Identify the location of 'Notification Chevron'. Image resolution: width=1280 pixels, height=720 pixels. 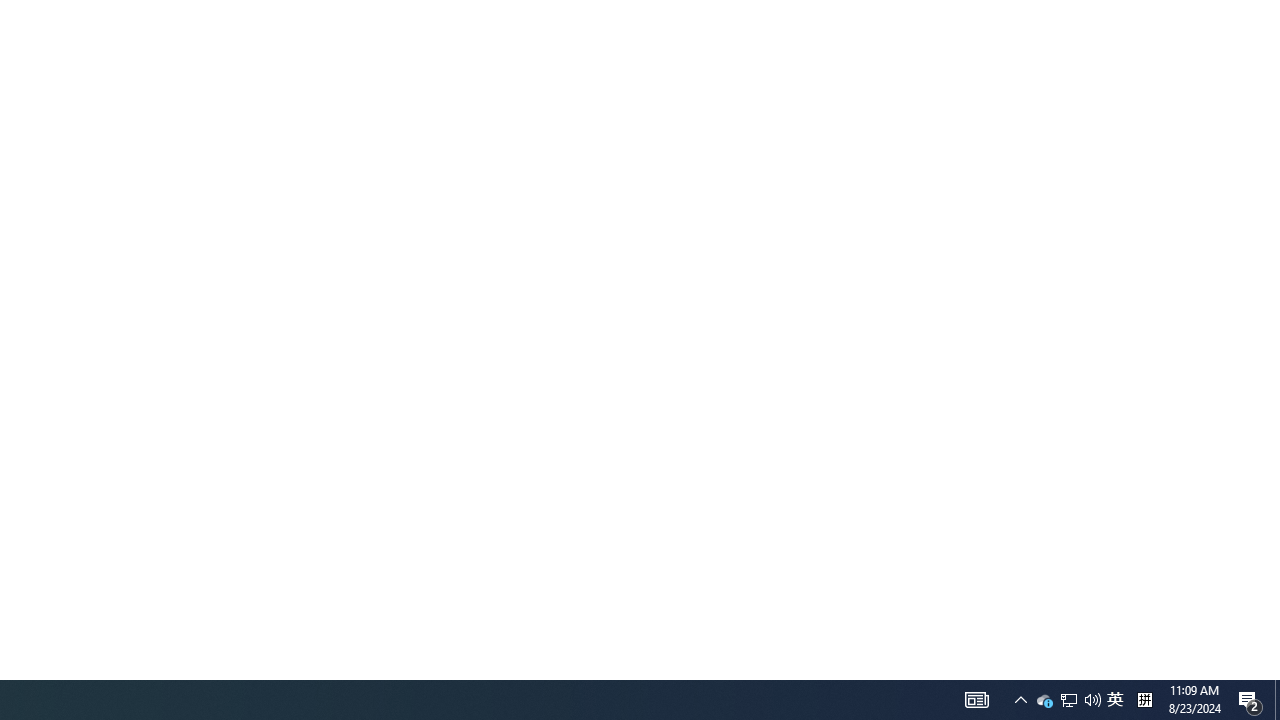
(1067, 698).